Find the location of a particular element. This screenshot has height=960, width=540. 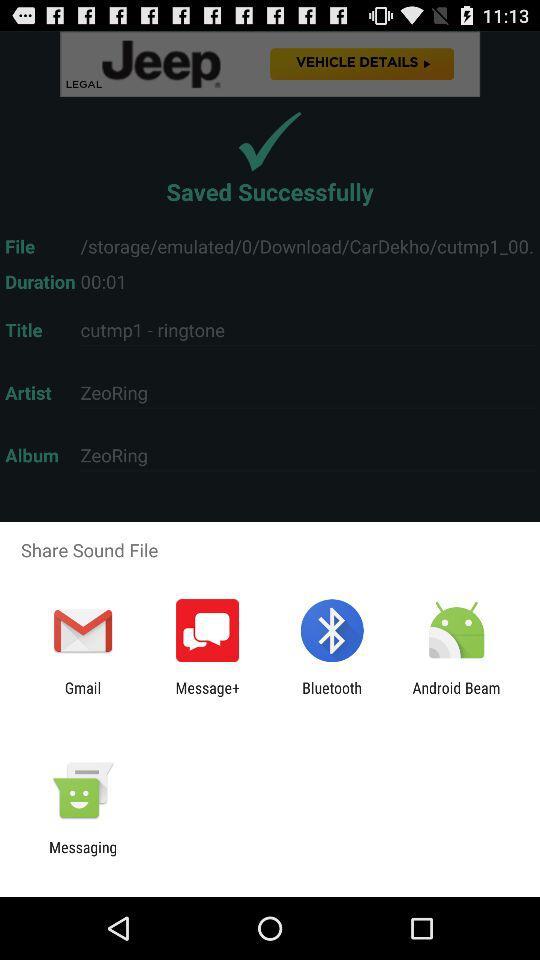

the item next to the bluetooth item is located at coordinates (456, 696).